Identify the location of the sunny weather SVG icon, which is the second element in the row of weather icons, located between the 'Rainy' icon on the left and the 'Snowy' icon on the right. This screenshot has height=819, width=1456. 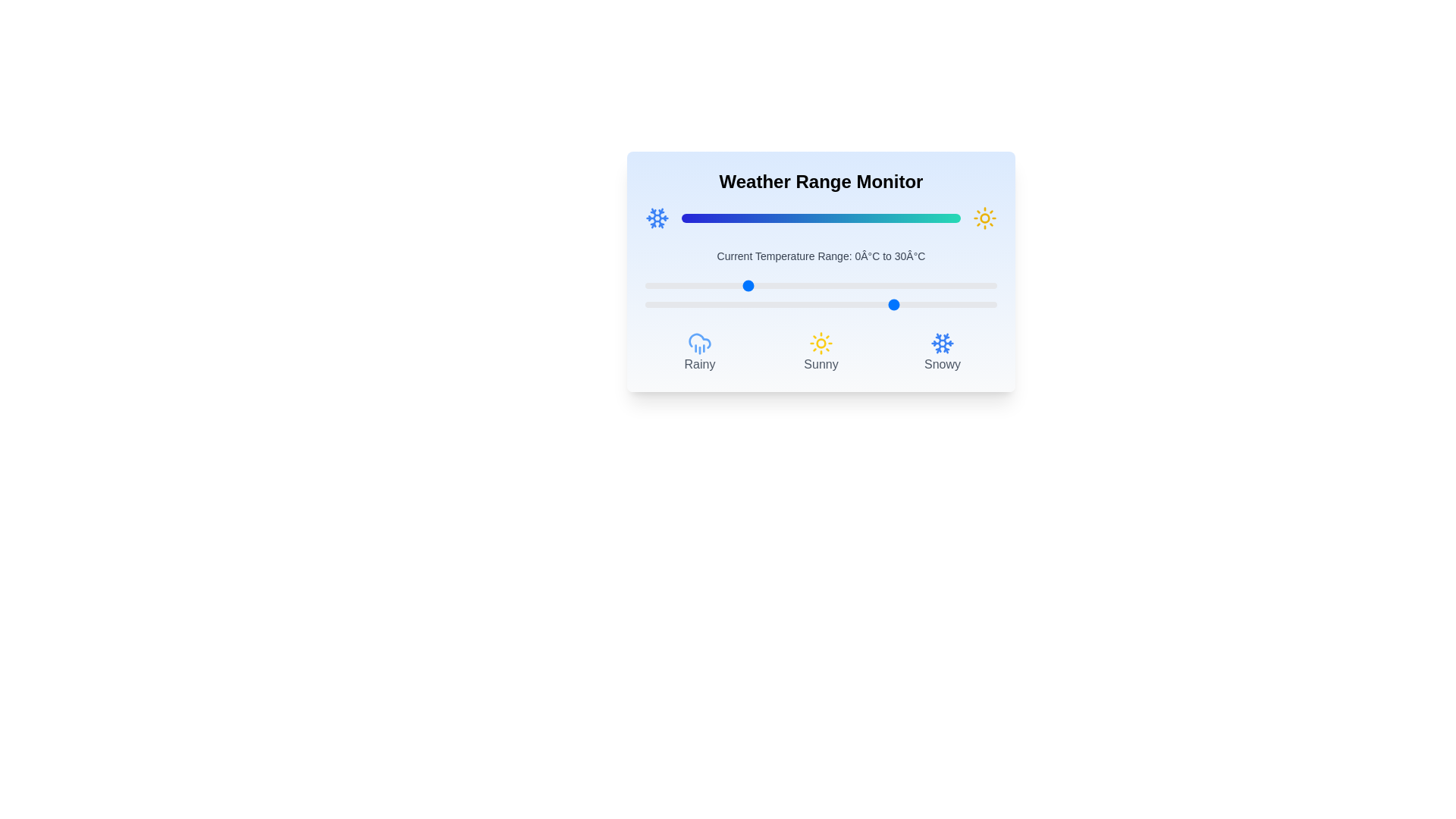
(821, 343).